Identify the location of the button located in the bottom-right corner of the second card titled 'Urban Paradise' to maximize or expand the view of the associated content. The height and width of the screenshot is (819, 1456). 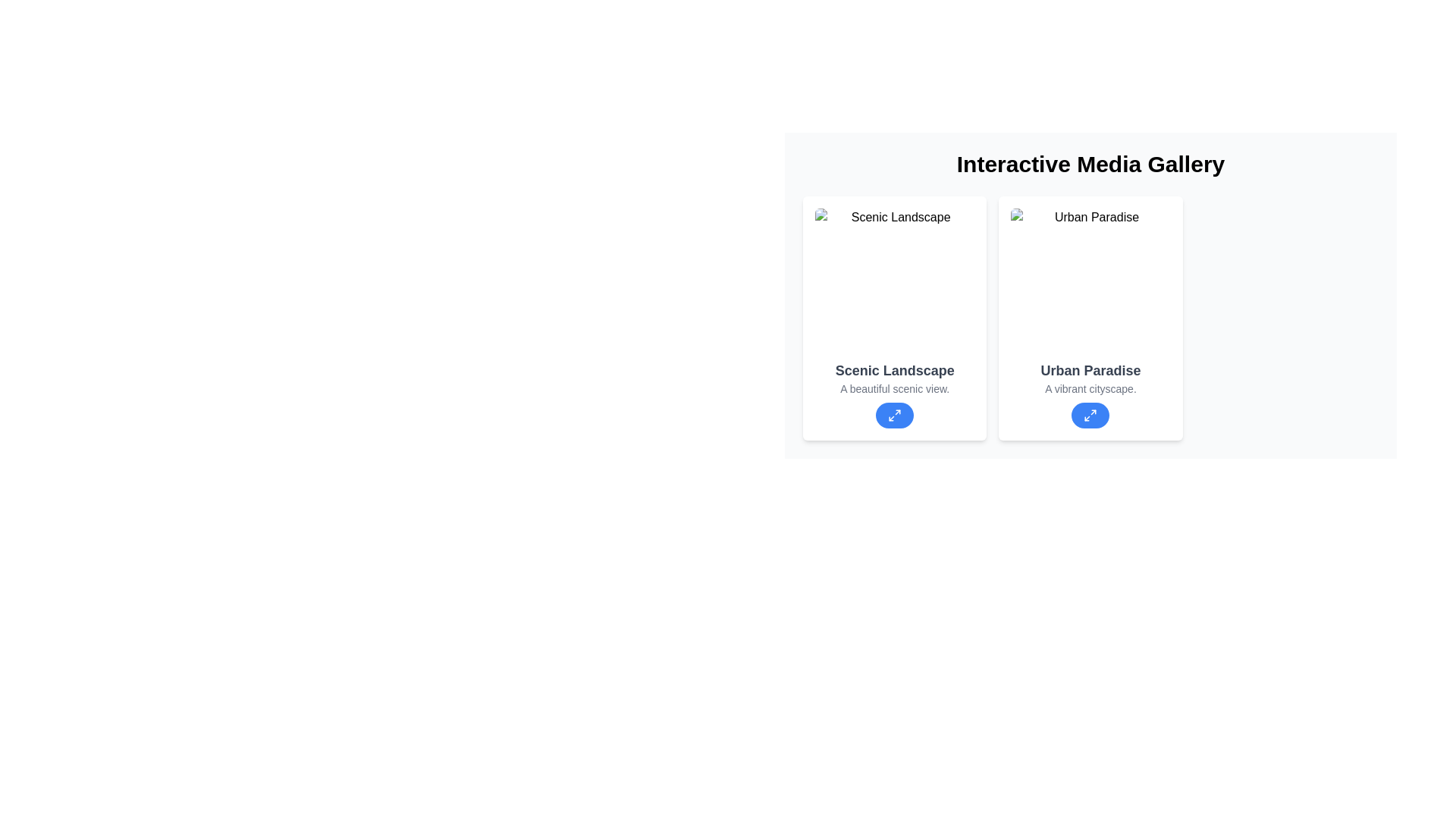
(1090, 415).